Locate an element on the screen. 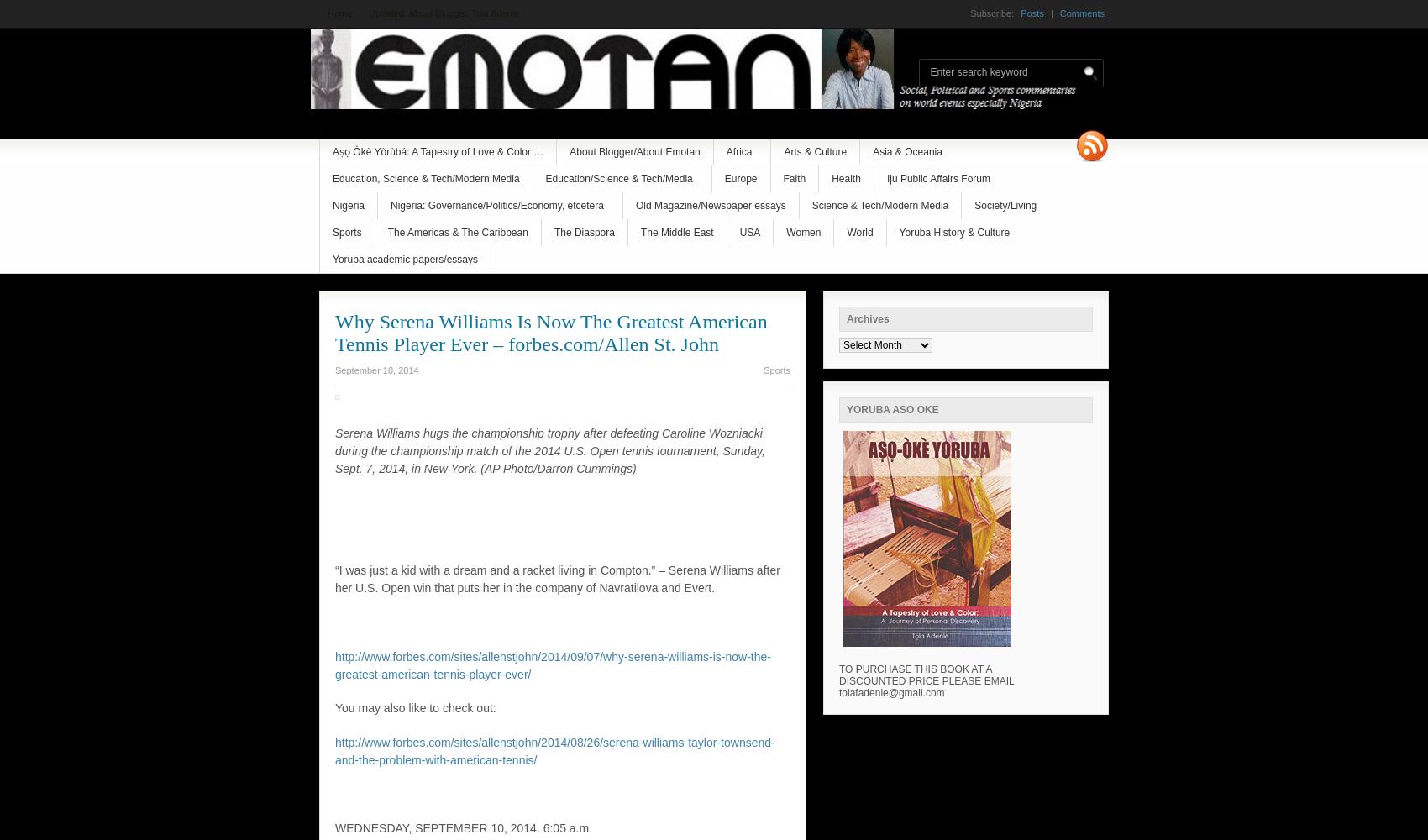  'Africa' is located at coordinates (738, 152).